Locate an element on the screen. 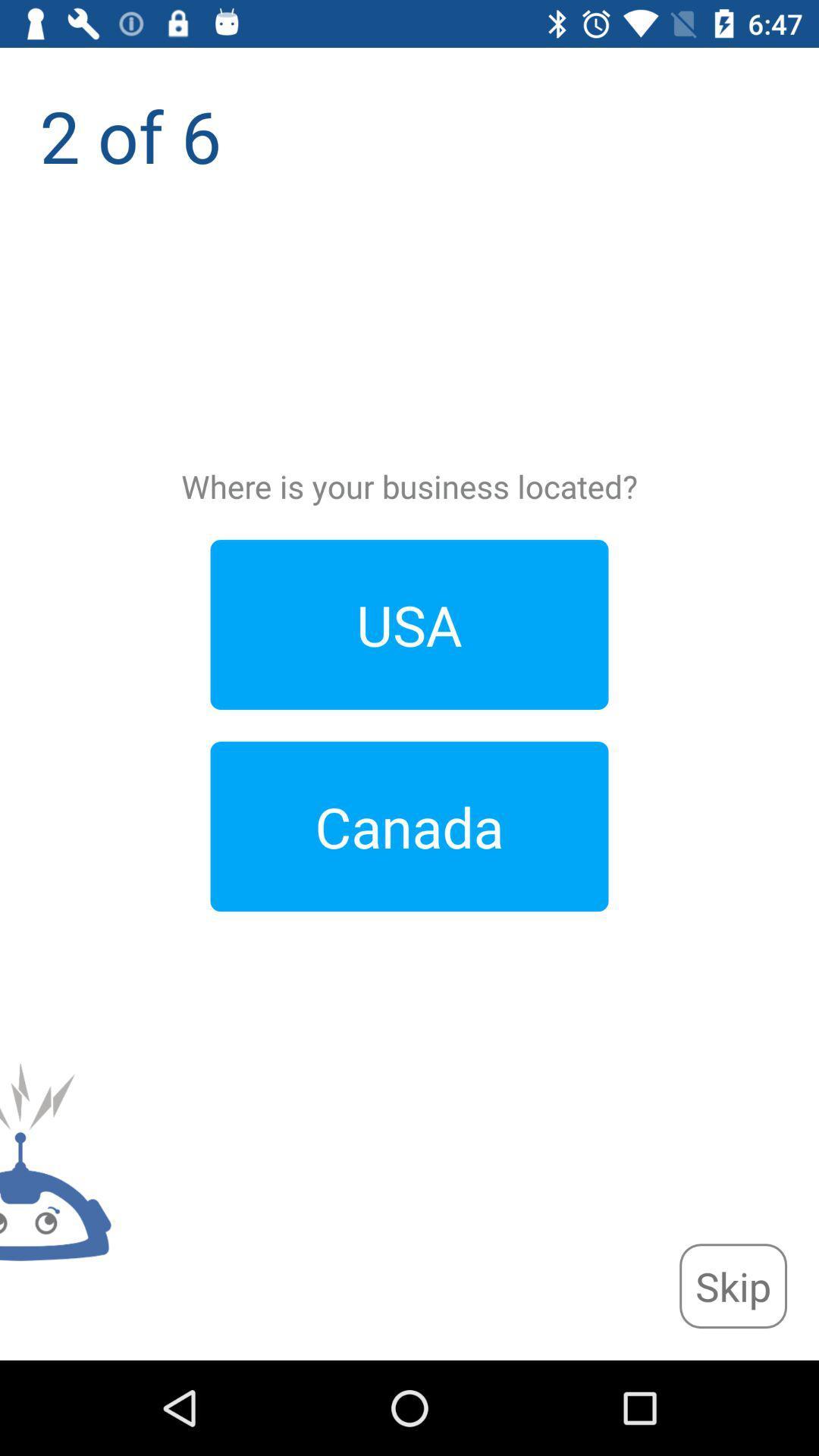 The width and height of the screenshot is (819, 1456). the item below where is your app is located at coordinates (409, 624).